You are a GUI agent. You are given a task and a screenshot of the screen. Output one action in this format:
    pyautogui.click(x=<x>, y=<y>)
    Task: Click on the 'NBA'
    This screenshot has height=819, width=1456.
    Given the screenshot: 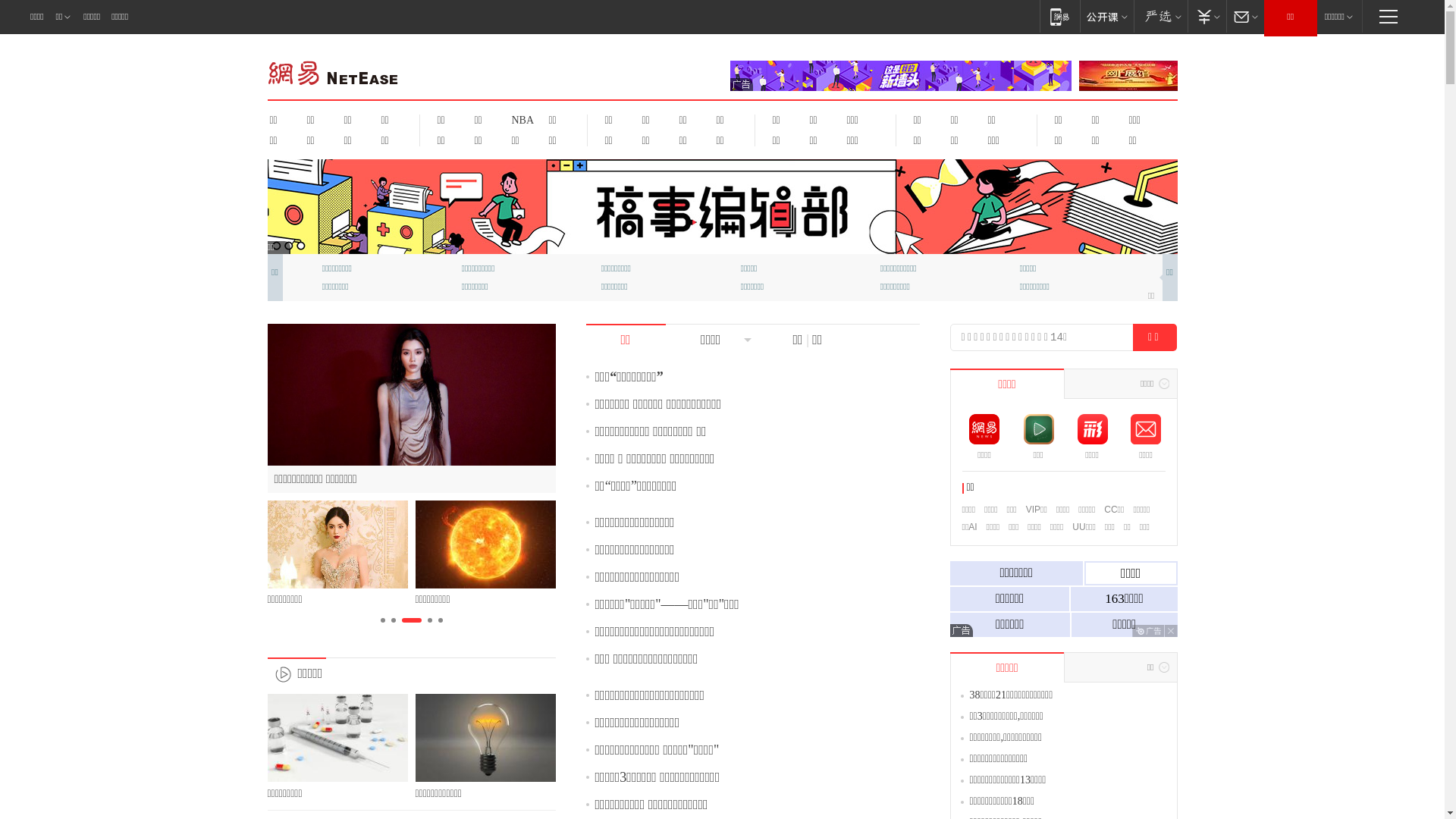 What is the action you would take?
    pyautogui.click(x=502, y=119)
    